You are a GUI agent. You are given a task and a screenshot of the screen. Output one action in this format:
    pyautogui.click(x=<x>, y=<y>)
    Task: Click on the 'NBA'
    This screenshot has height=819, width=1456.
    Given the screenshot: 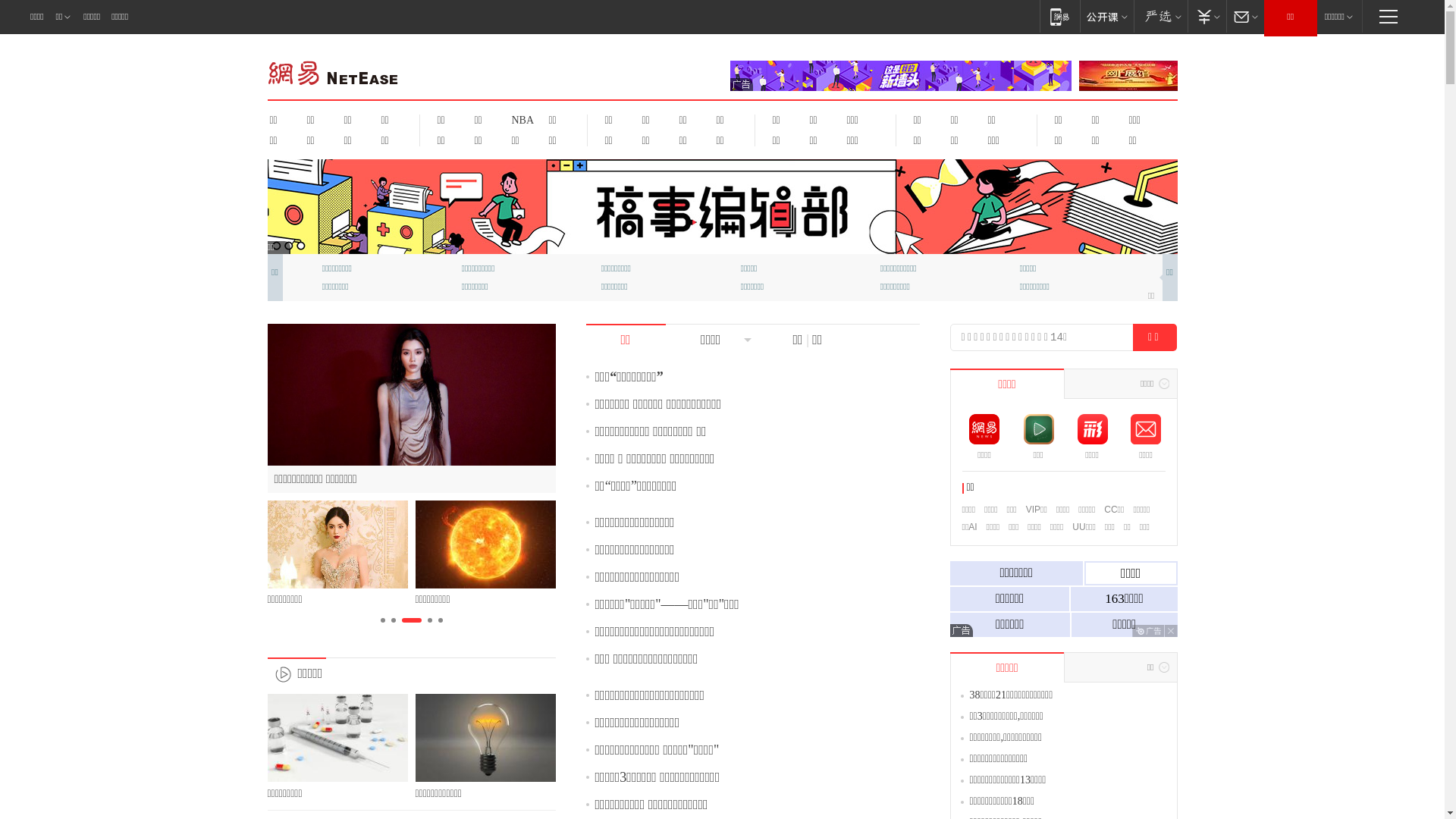 What is the action you would take?
    pyautogui.click(x=502, y=119)
    